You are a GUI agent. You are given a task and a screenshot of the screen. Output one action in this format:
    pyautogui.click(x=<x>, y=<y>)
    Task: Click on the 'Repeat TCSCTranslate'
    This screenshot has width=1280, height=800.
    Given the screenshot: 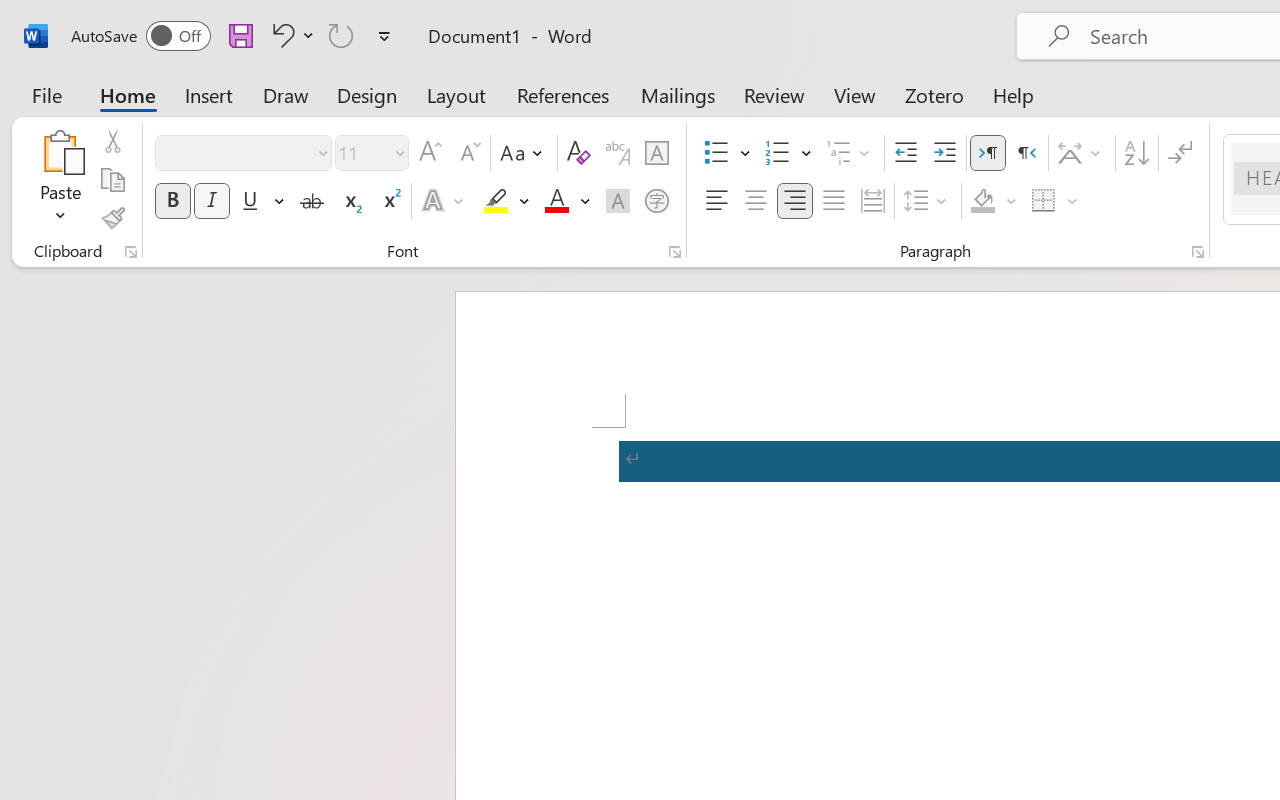 What is the action you would take?
    pyautogui.click(x=341, y=34)
    